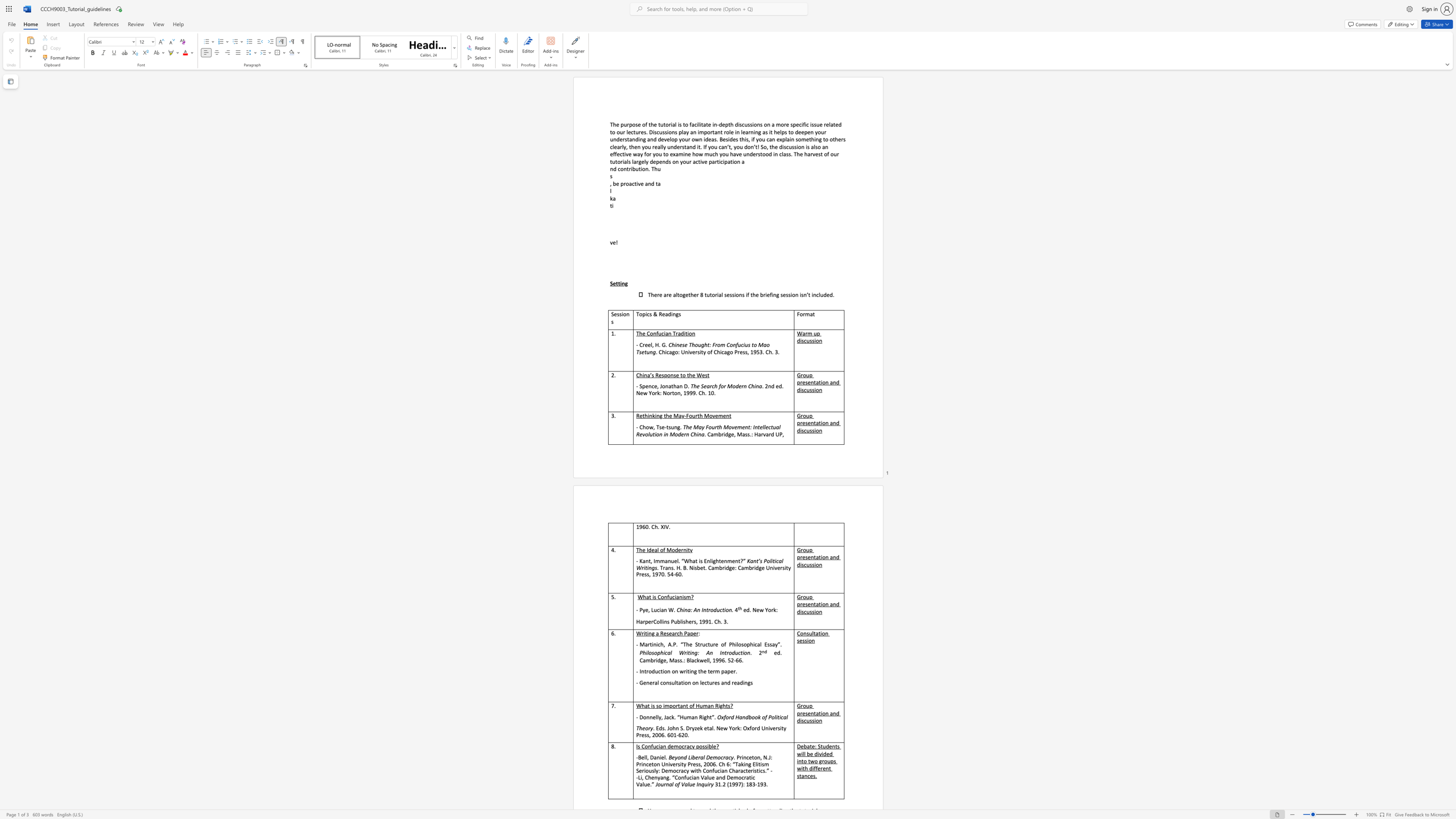 The image size is (1456, 819). I want to click on the subset text ". “What is Enl" within the text "- Kant, Immanuel. “What is Enlightenment?”", so click(678, 560).